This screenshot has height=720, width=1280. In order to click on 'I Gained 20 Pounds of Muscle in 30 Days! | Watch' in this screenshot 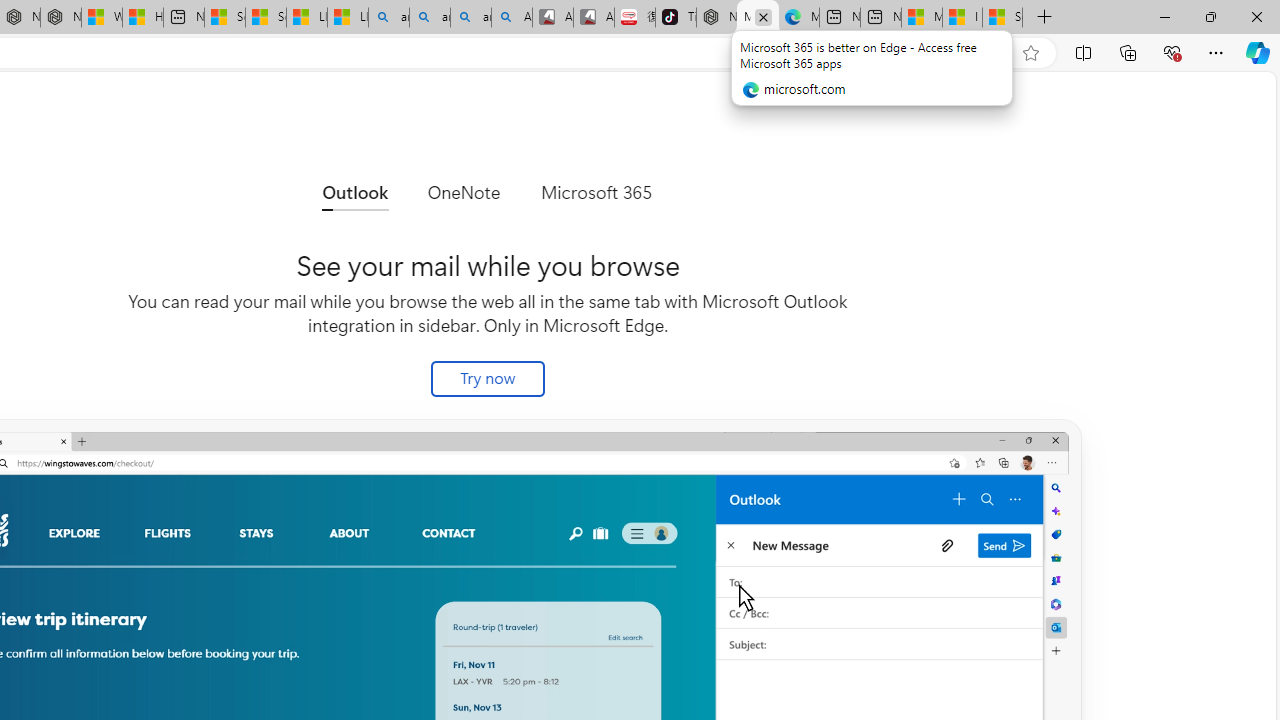, I will do `click(962, 17)`.